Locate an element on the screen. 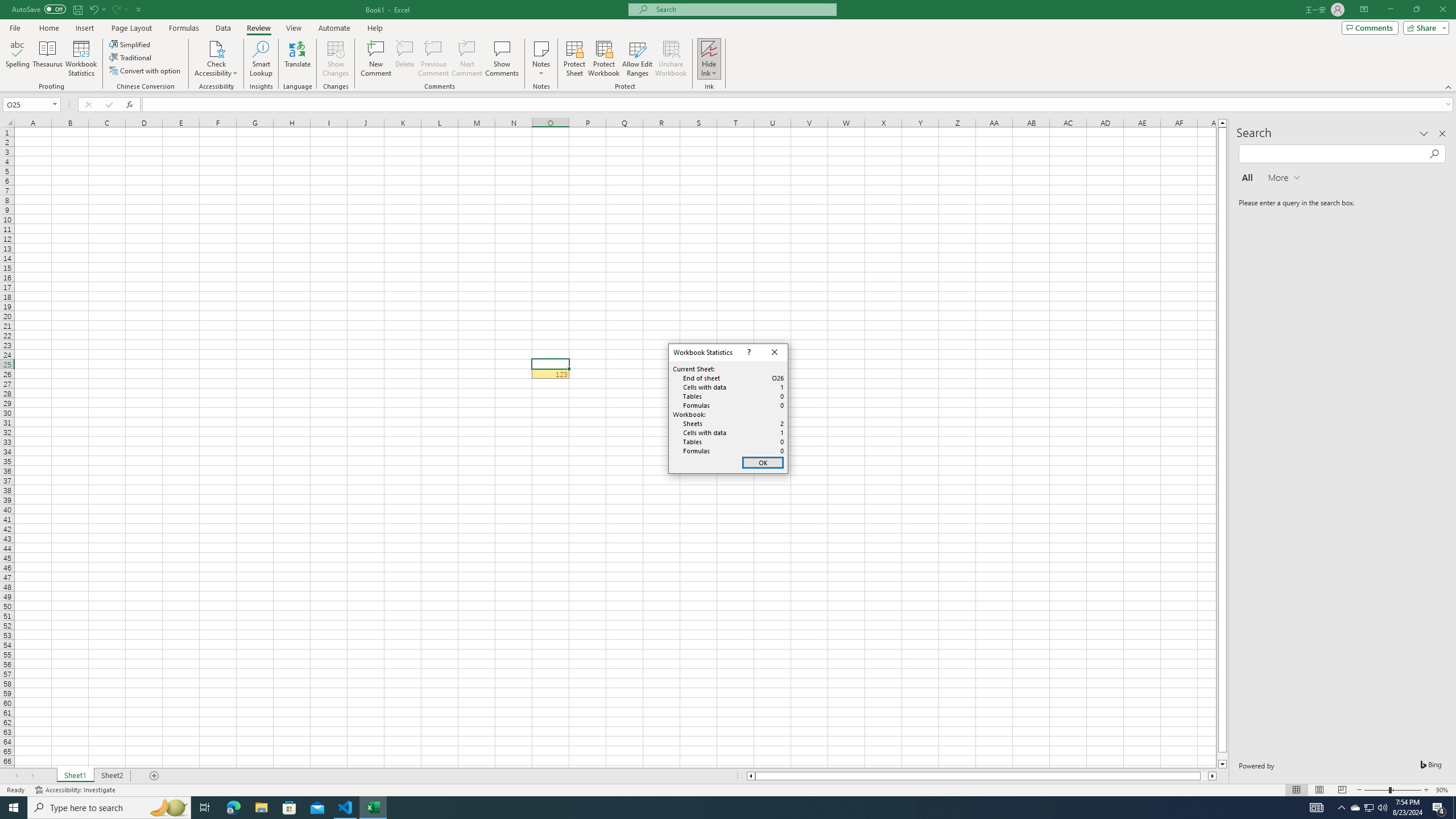 Image resolution: width=1456 pixels, height=819 pixels. 'User Promoted Notification Area' is located at coordinates (1368, 806).